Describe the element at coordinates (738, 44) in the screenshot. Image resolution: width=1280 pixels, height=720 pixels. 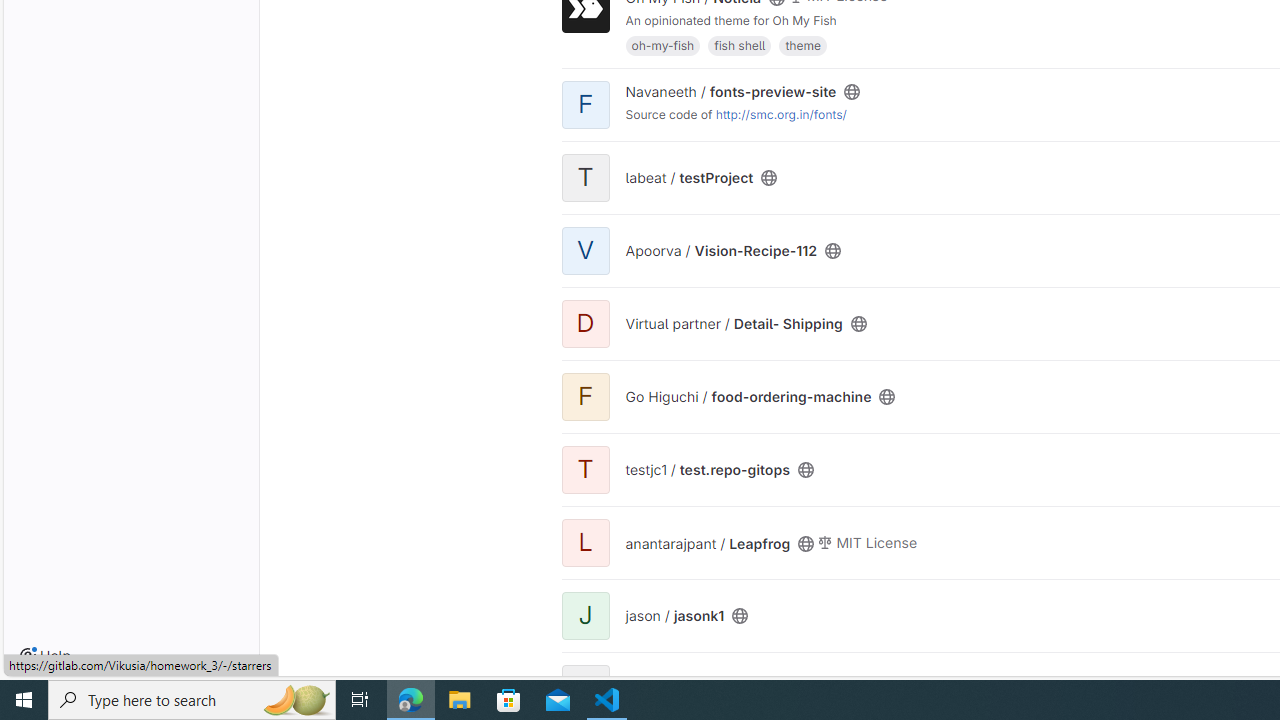
I see `'fish shell'` at that location.